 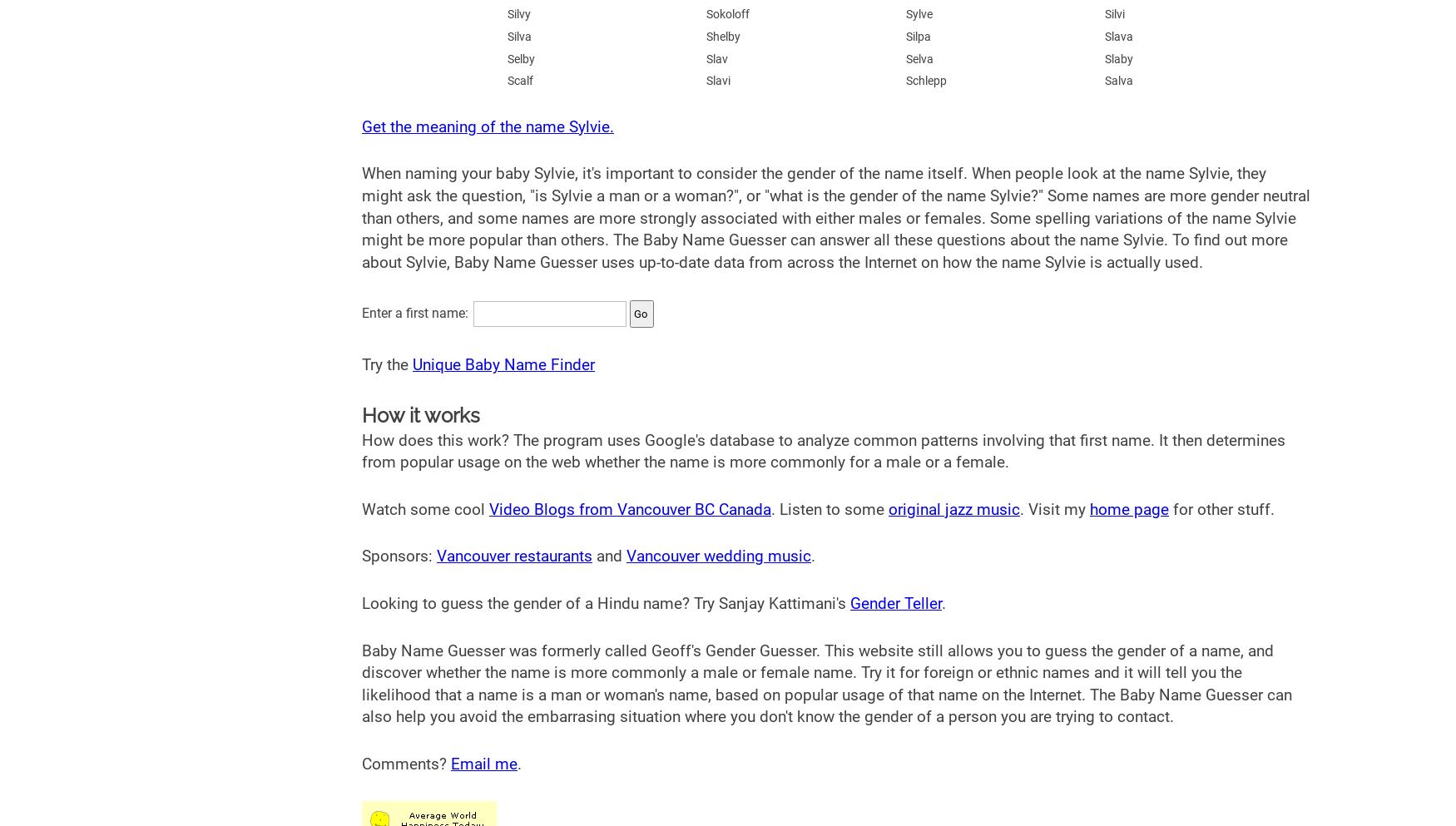 I want to click on 'Slava', so click(x=1119, y=36).